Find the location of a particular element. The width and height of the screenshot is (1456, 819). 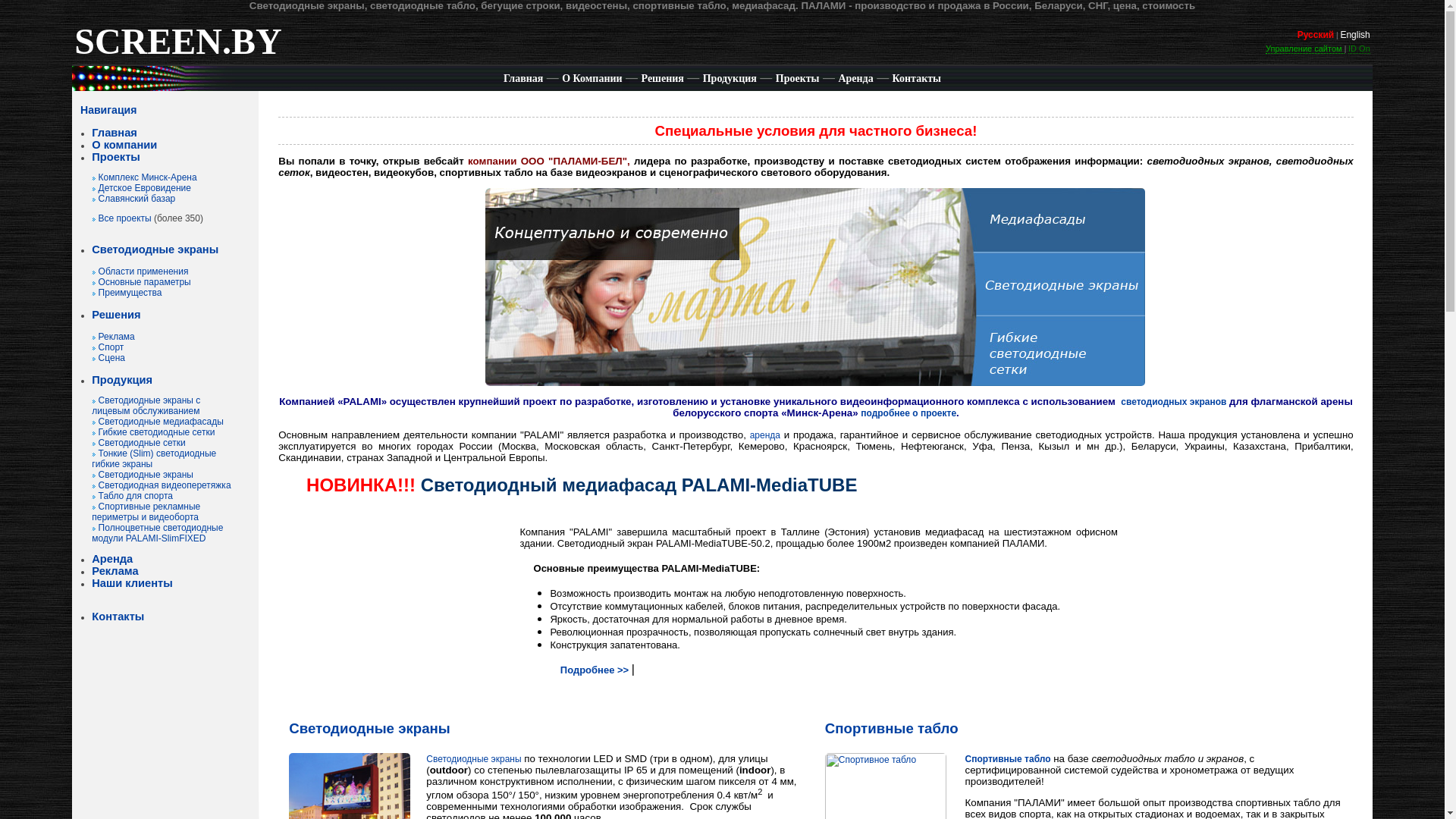

'SCREEN.BY' is located at coordinates (177, 49).